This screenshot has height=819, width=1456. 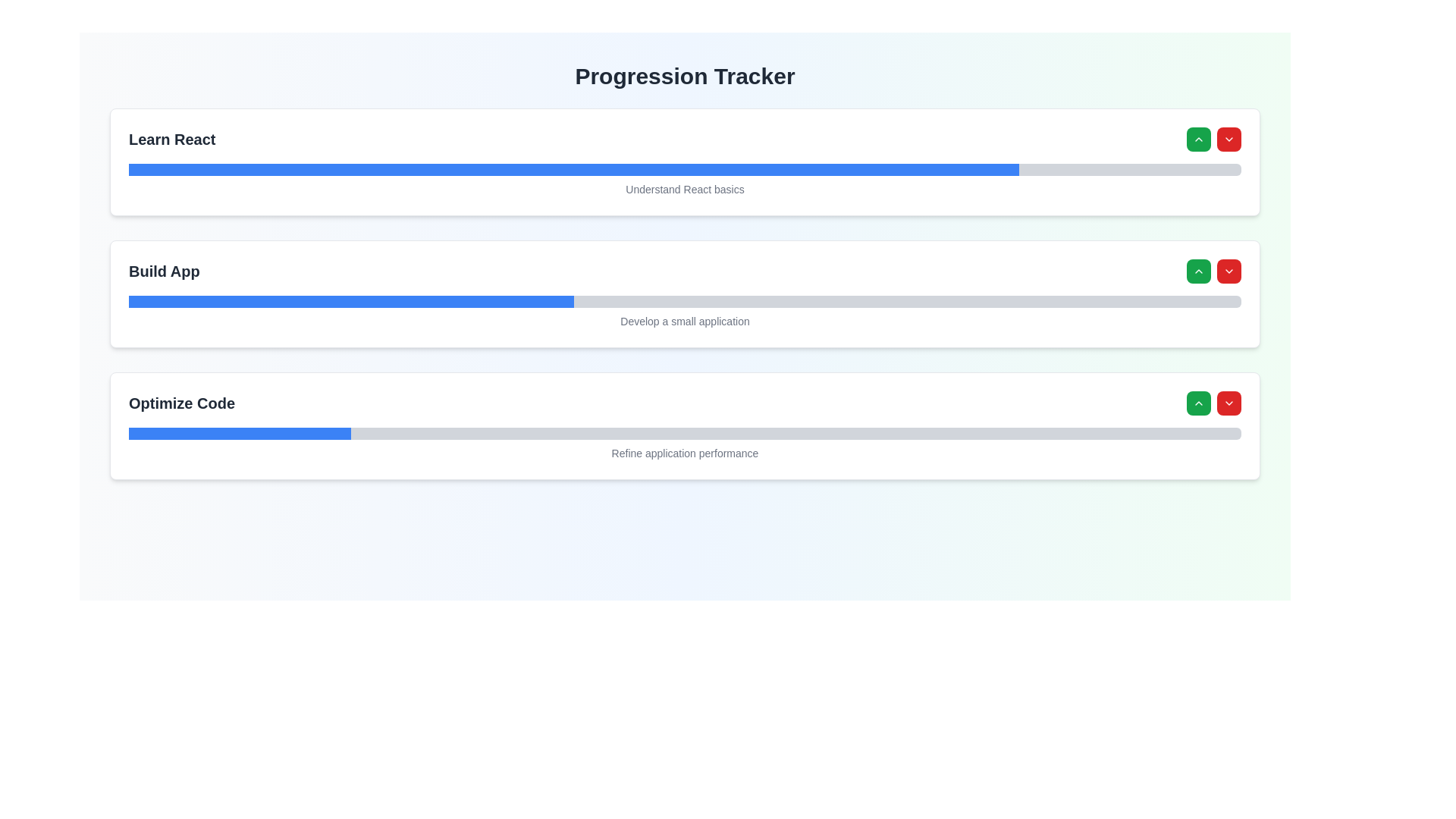 I want to click on the green button on the far left of the horizontal control panel, so click(x=1197, y=271).